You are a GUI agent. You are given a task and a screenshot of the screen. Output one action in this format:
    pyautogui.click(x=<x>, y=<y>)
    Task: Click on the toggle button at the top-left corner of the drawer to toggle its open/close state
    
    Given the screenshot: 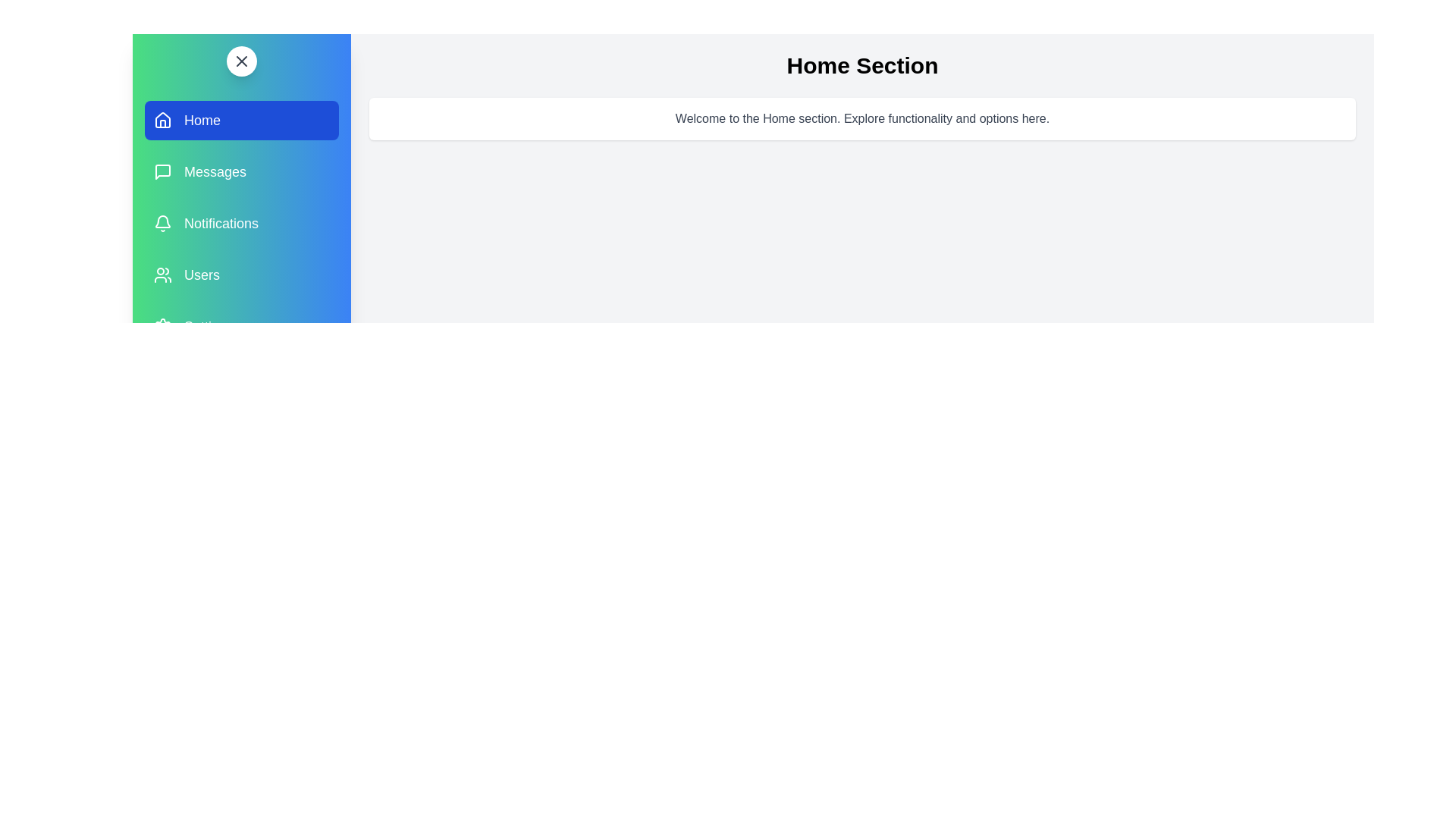 What is the action you would take?
    pyautogui.click(x=240, y=61)
    